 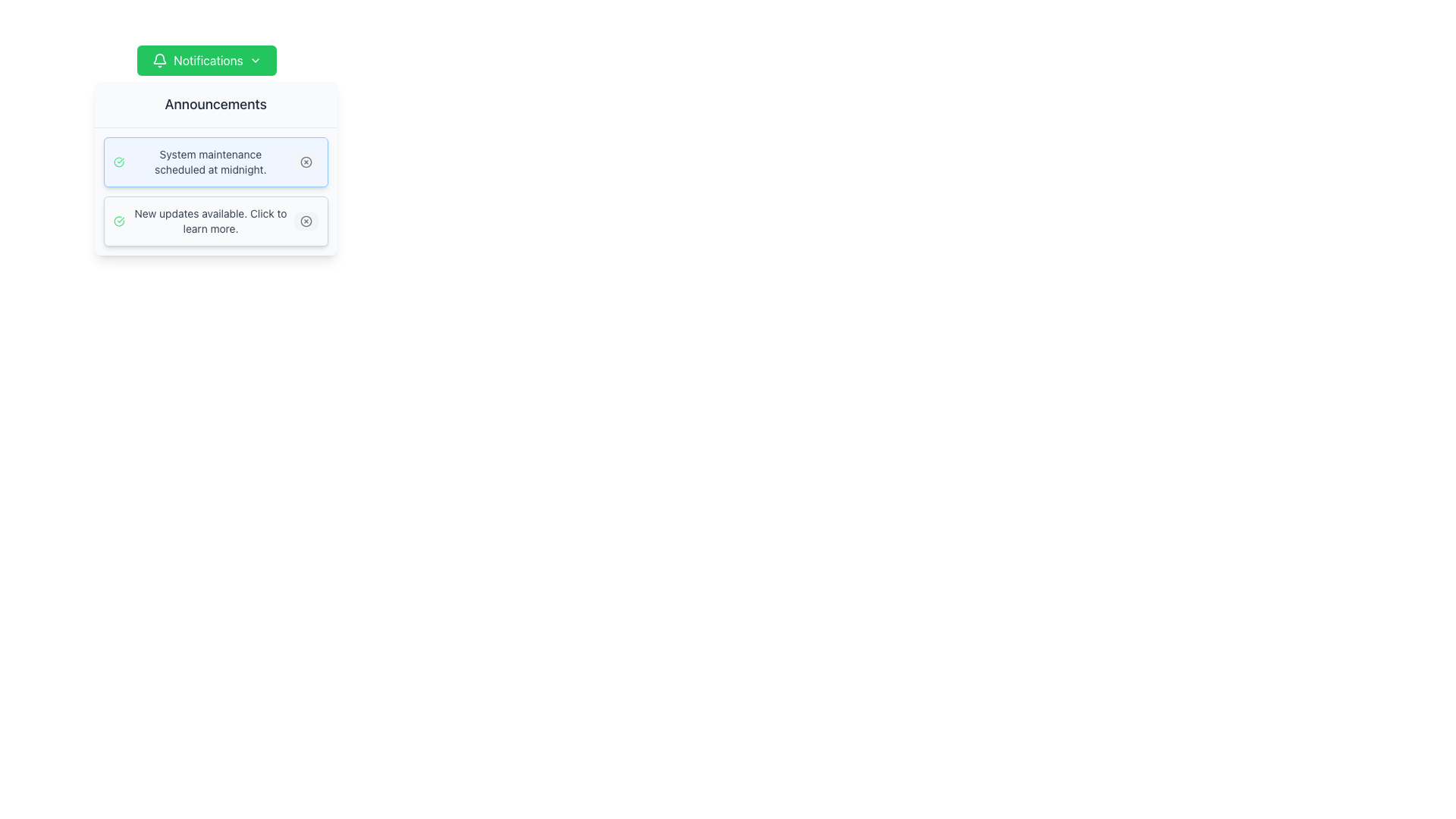 What do you see at coordinates (215, 162) in the screenshot?
I see `text content from the notification block with a light blue background stating 'System maintenance scheduled at midnight'` at bounding box center [215, 162].